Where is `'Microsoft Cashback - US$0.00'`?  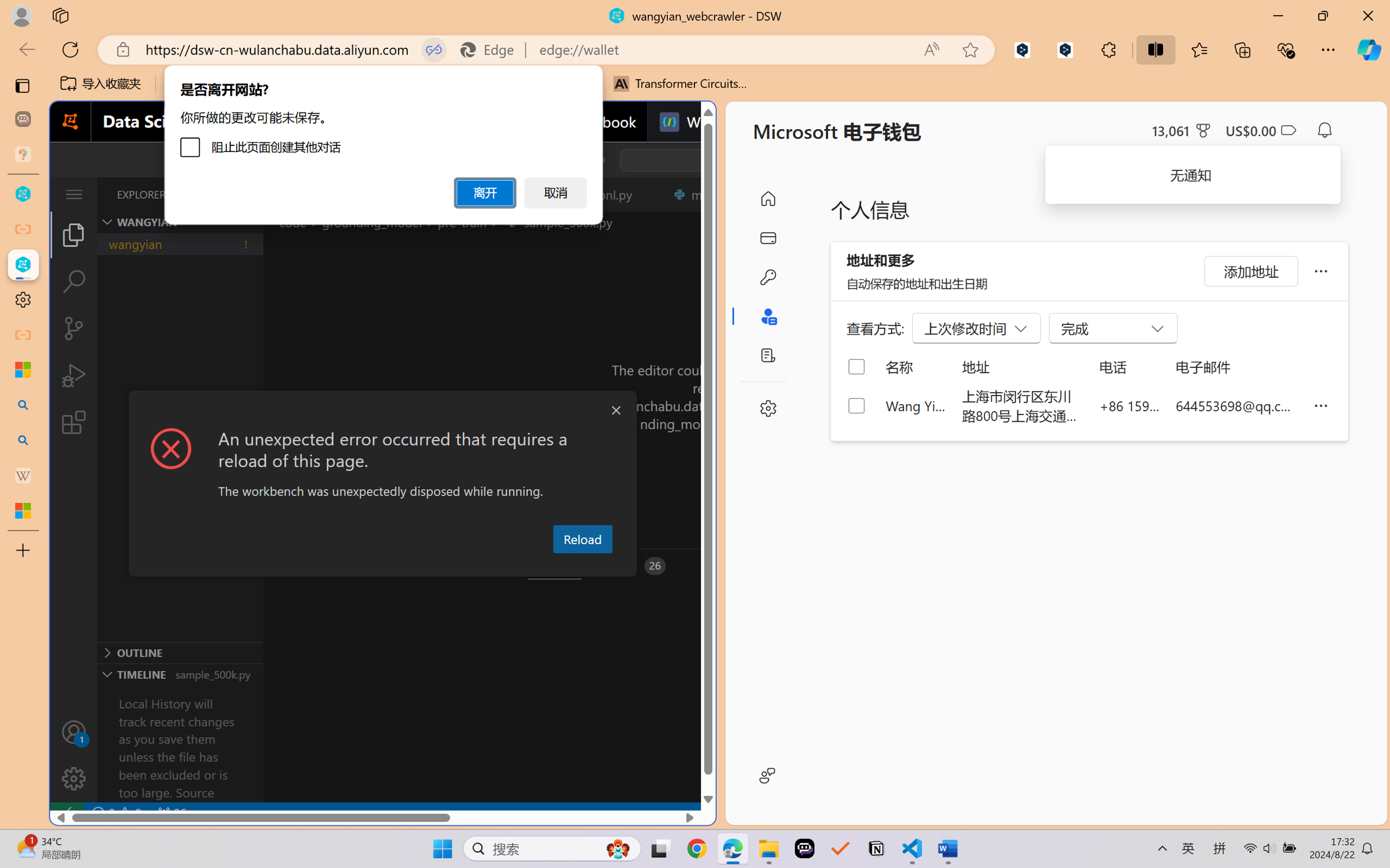 'Microsoft Cashback - US$0.00' is located at coordinates (1260, 130).